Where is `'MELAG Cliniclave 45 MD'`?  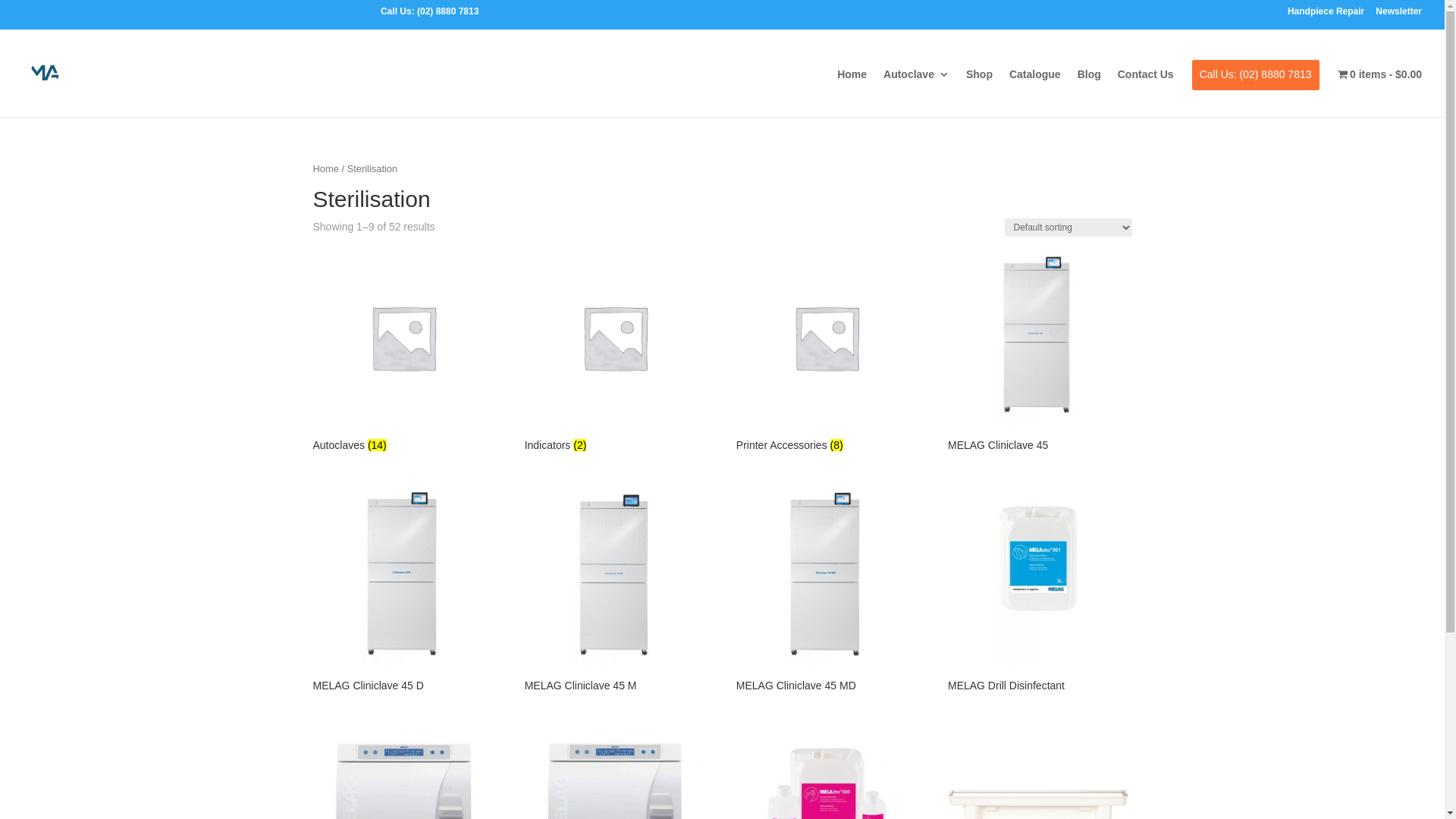 'MELAG Cliniclave 45 MD' is located at coordinates (825, 591).